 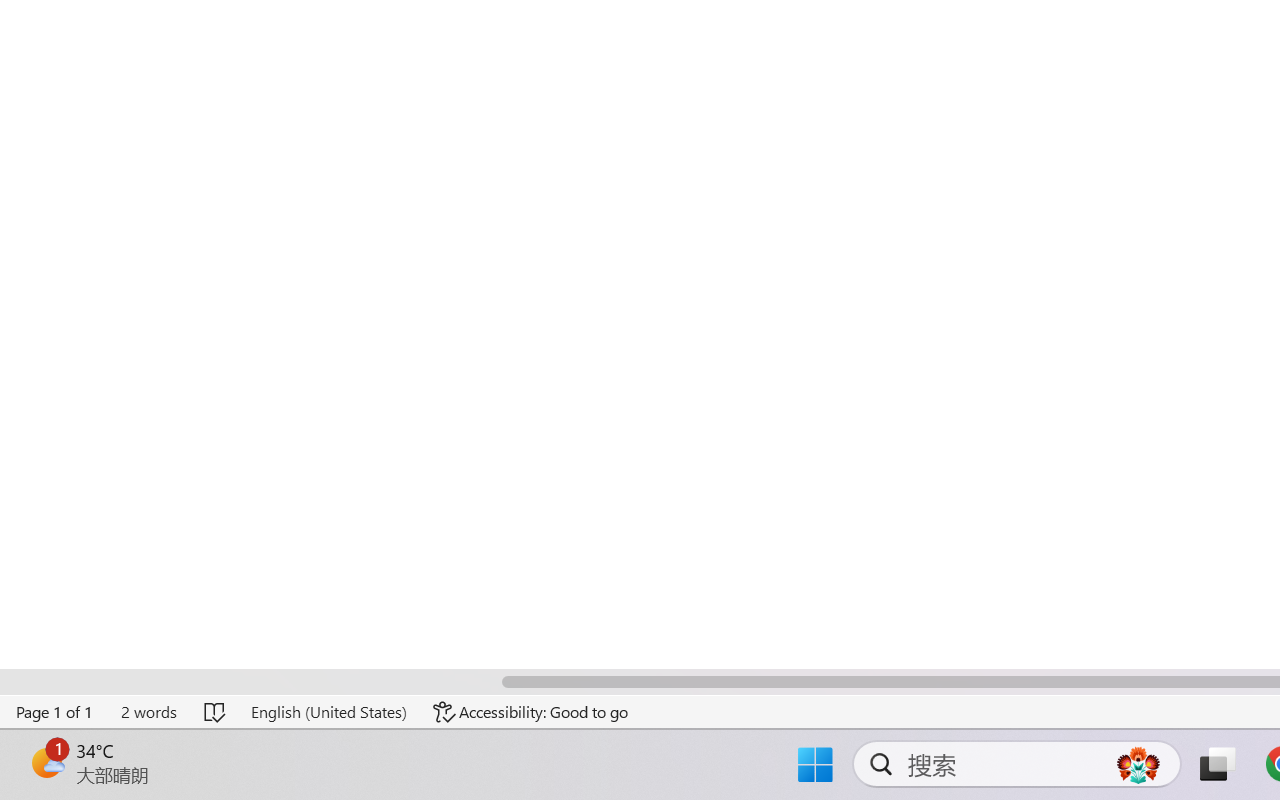 I want to click on 'Language English (United States)', so click(x=328, y=711).